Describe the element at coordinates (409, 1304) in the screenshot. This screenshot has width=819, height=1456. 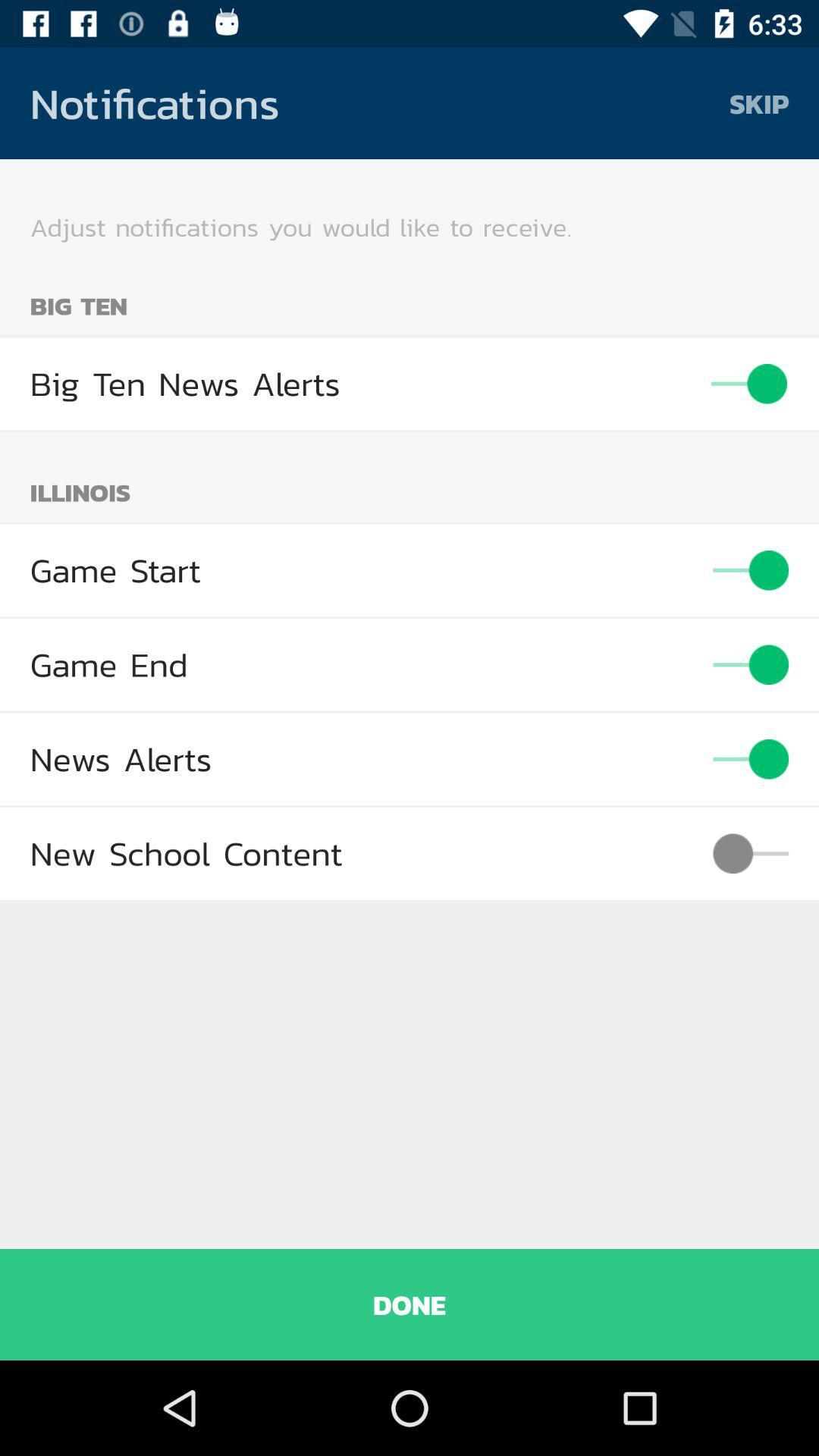
I see `the done icon` at that location.